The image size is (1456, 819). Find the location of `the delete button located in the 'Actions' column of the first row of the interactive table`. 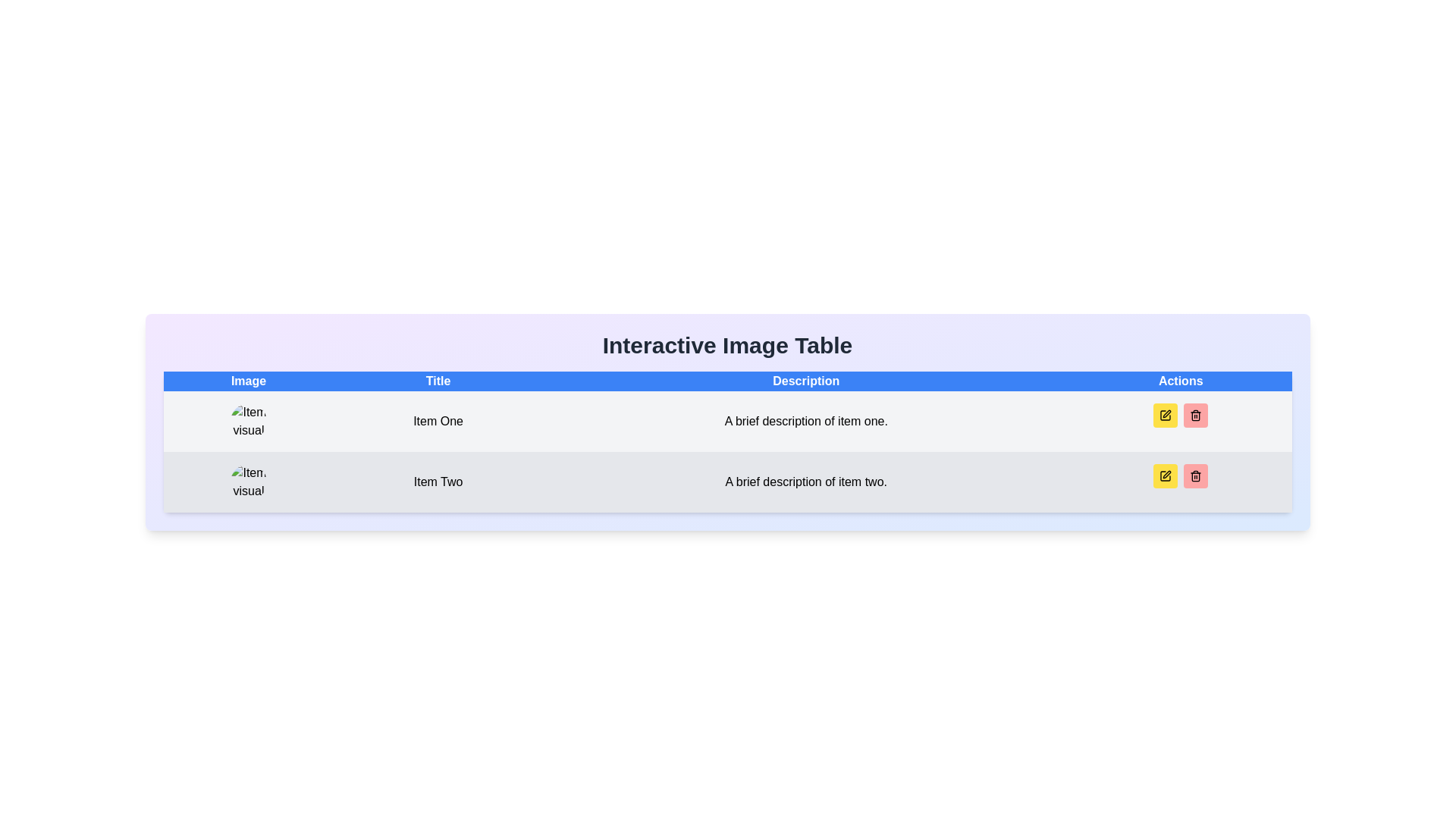

the delete button located in the 'Actions' column of the first row of the interactive table is located at coordinates (1179, 415).